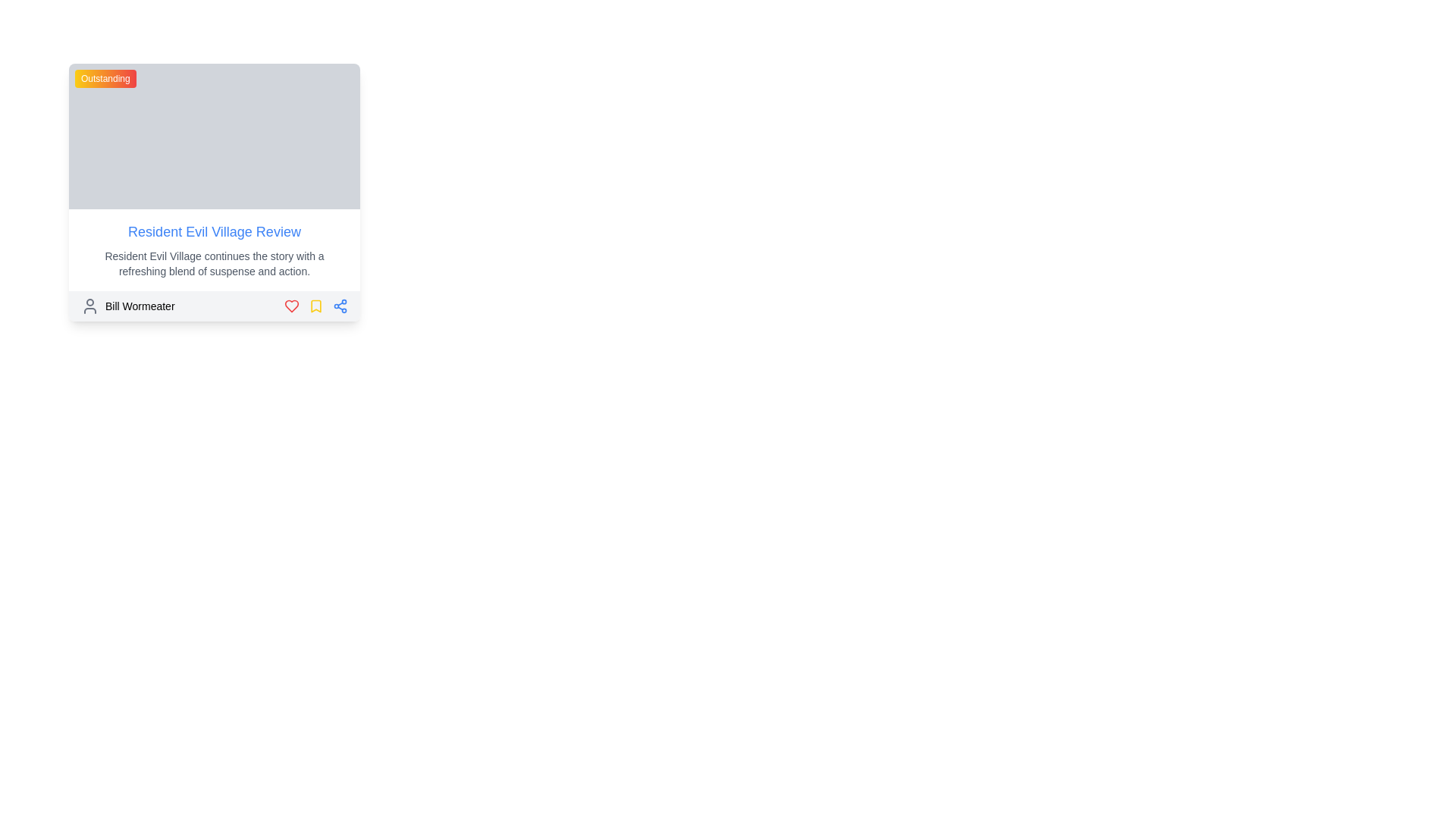 This screenshot has height=819, width=1456. I want to click on the red heart icon located at the bottom section of the review card to like, so click(291, 306).